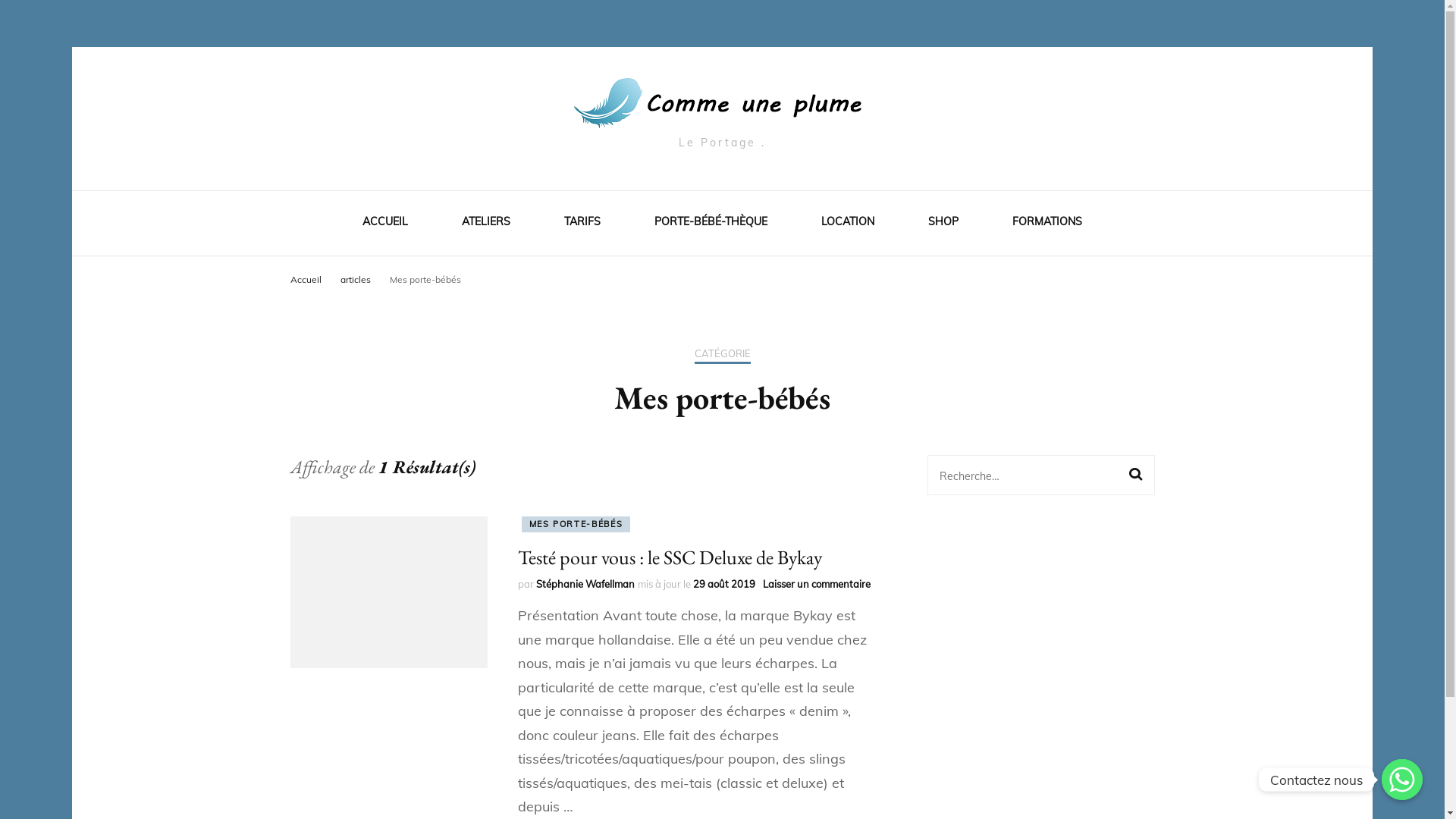 The width and height of the screenshot is (1456, 819). What do you see at coordinates (355, 278) in the screenshot?
I see `'articles'` at bounding box center [355, 278].